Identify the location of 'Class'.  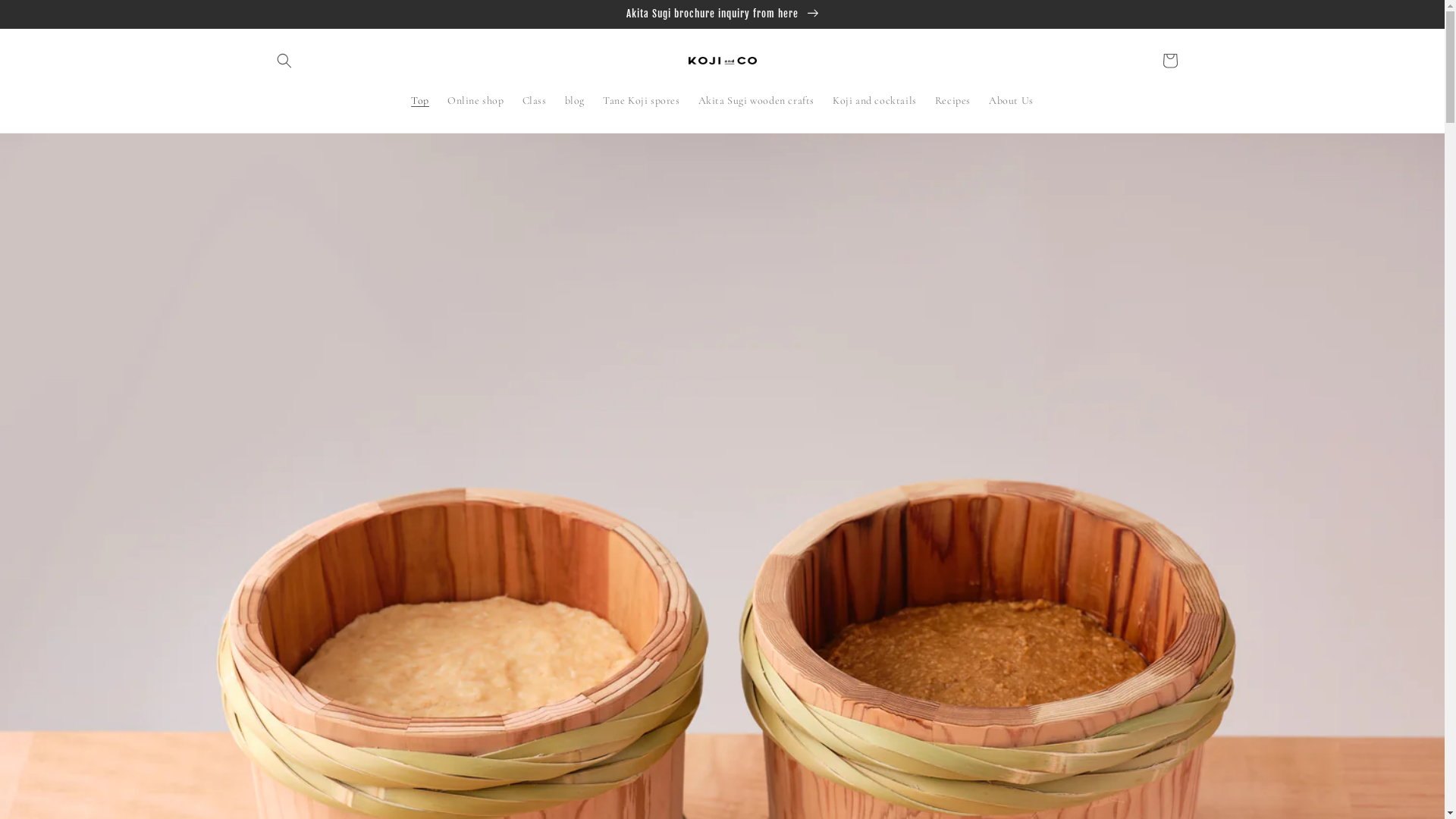
(535, 100).